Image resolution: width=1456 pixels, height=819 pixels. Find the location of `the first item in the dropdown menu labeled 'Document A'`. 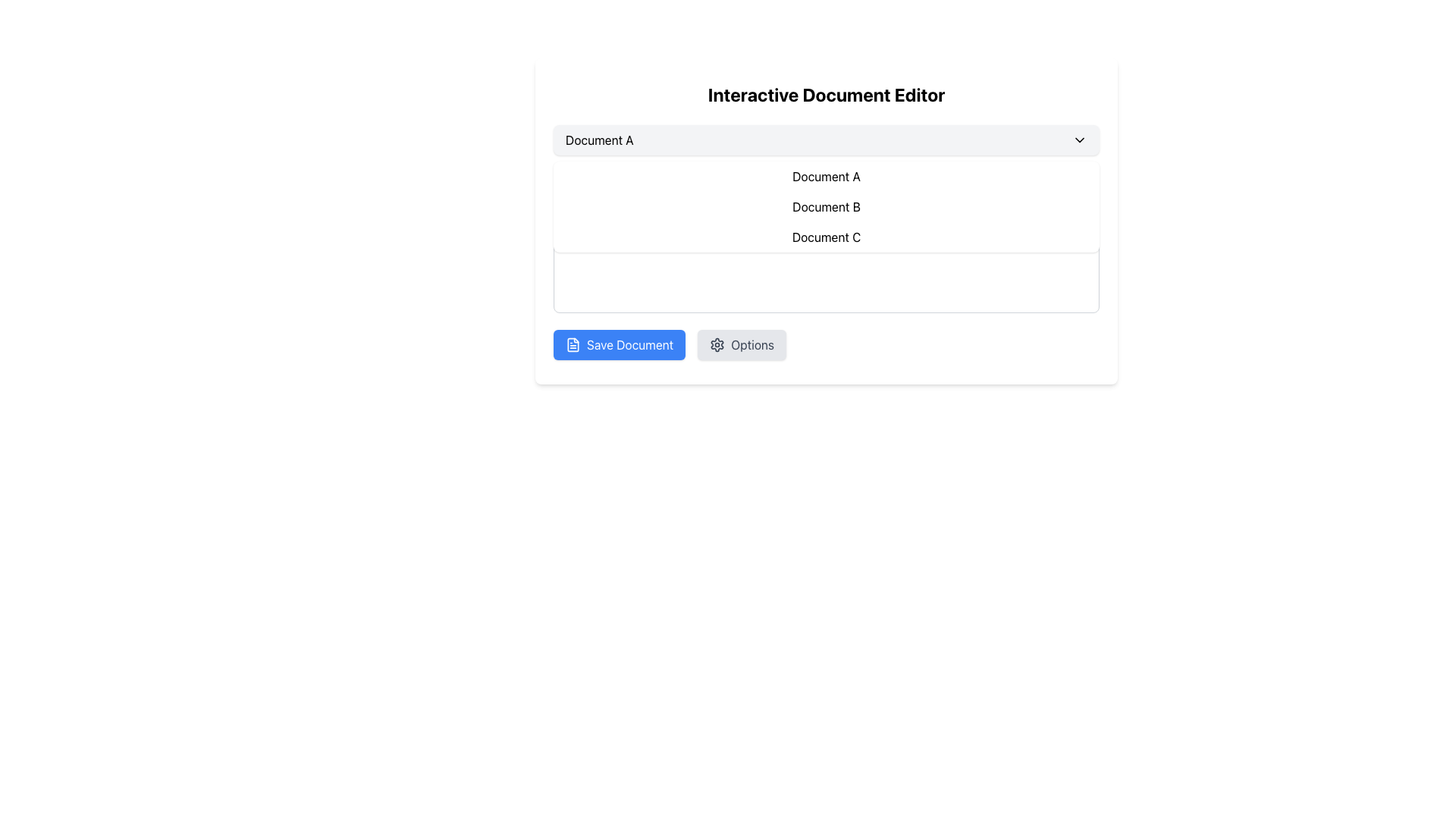

the first item in the dropdown menu labeled 'Document A' is located at coordinates (825, 175).